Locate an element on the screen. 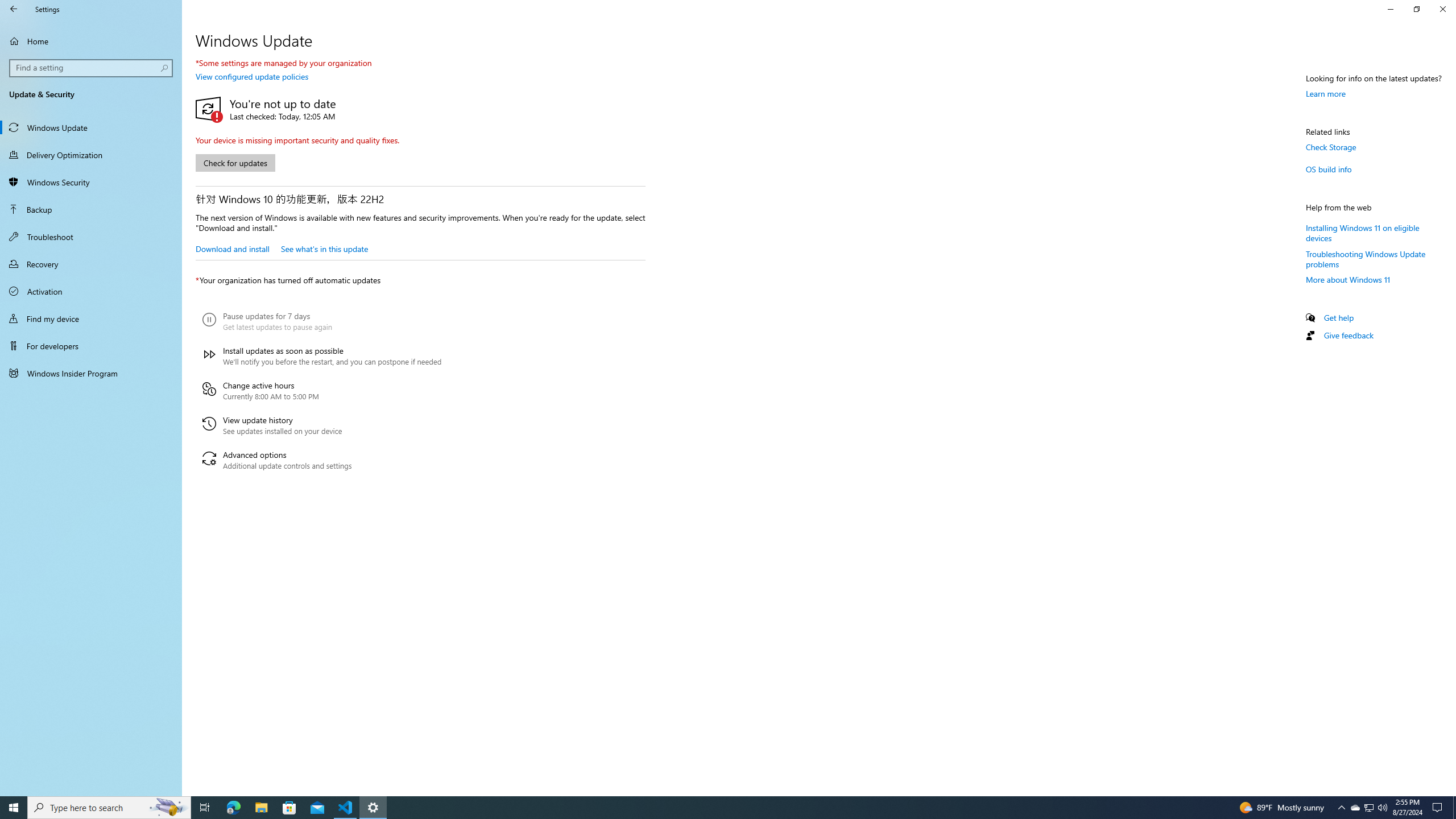 The image size is (1456, 819). 'Check for updates' is located at coordinates (234, 163).